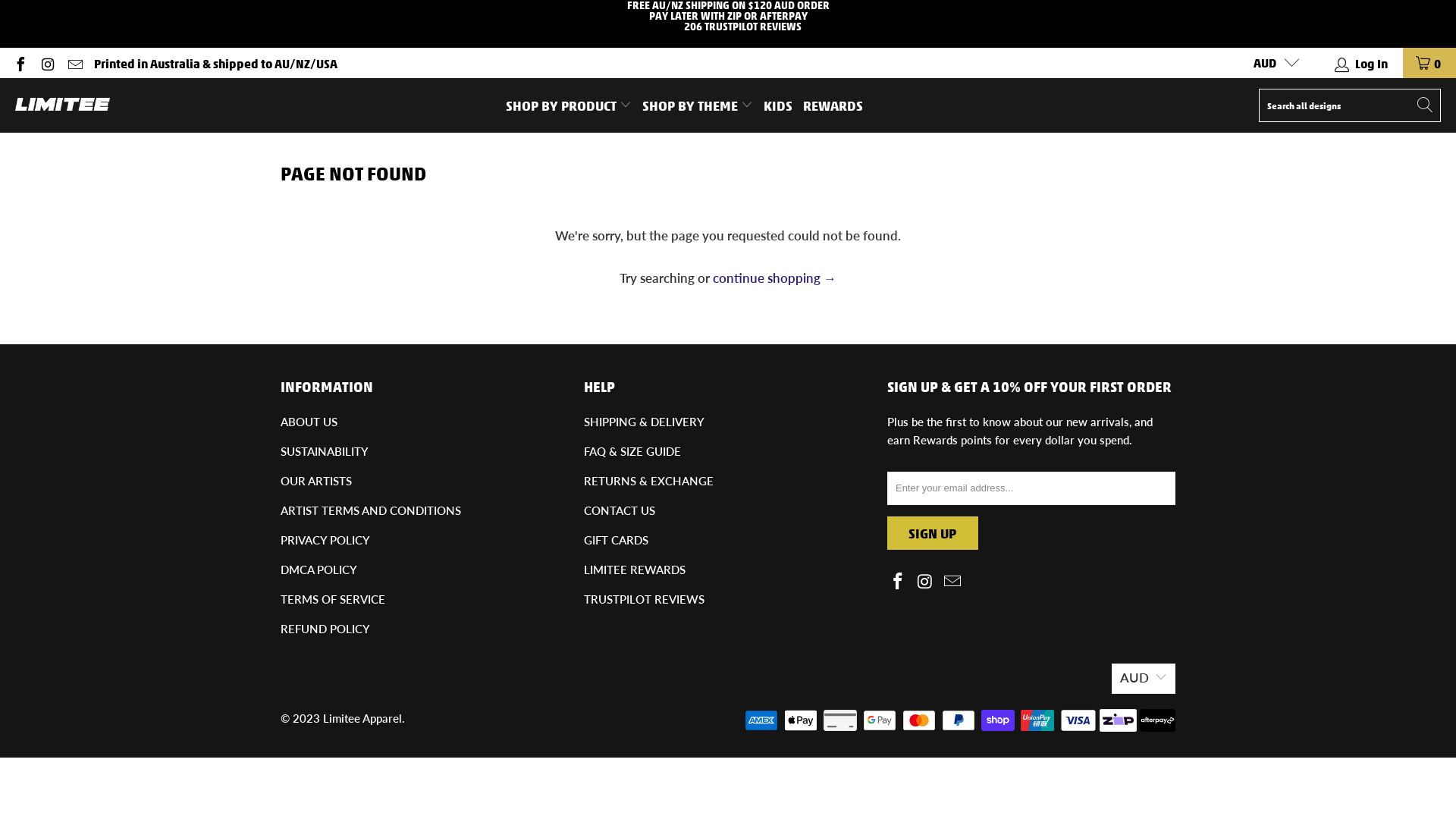  What do you see at coordinates (280, 629) in the screenshot?
I see `'REFUND POLICY'` at bounding box center [280, 629].